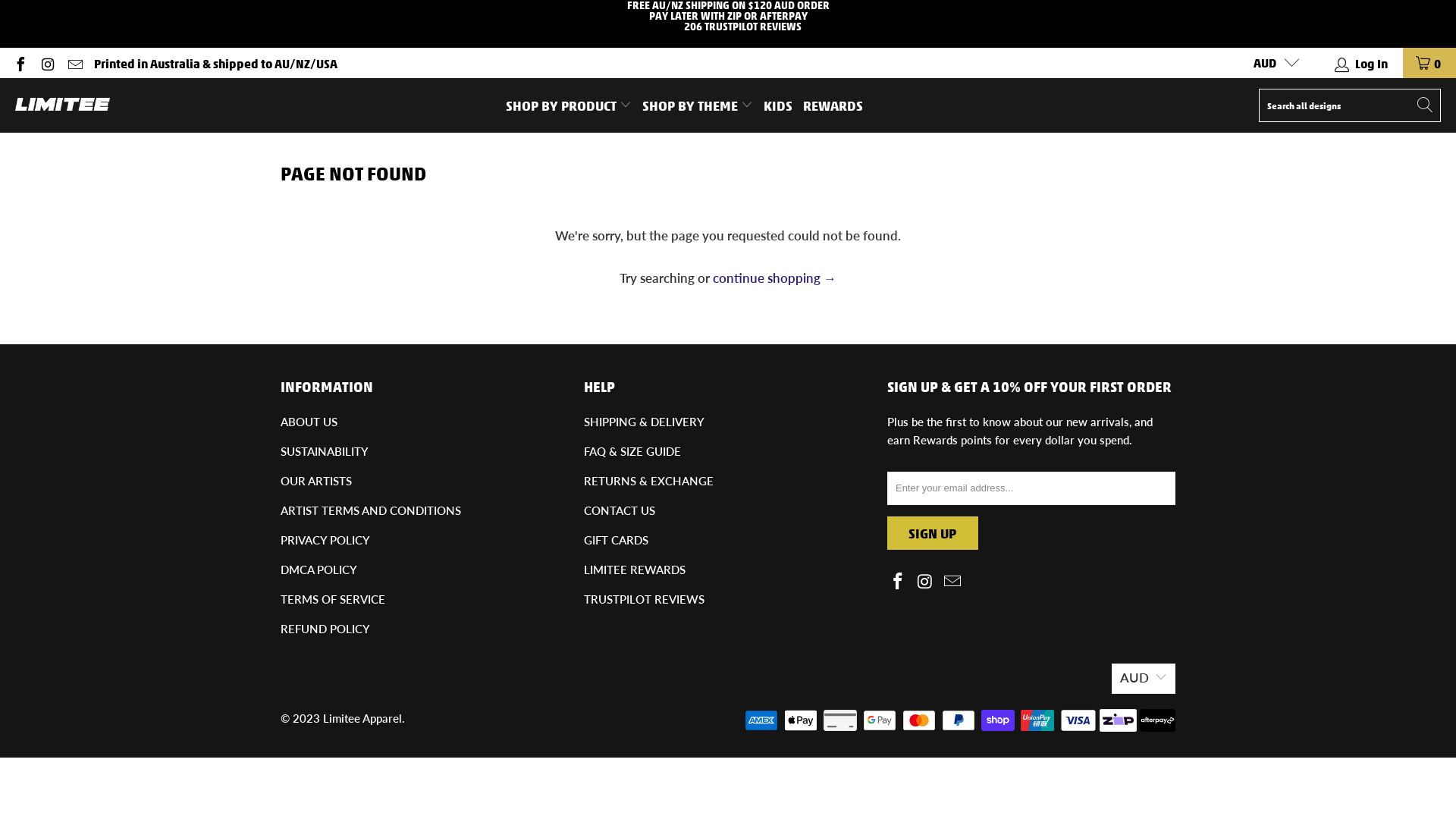  What do you see at coordinates (280, 629) in the screenshot?
I see `'REFUND POLICY'` at bounding box center [280, 629].